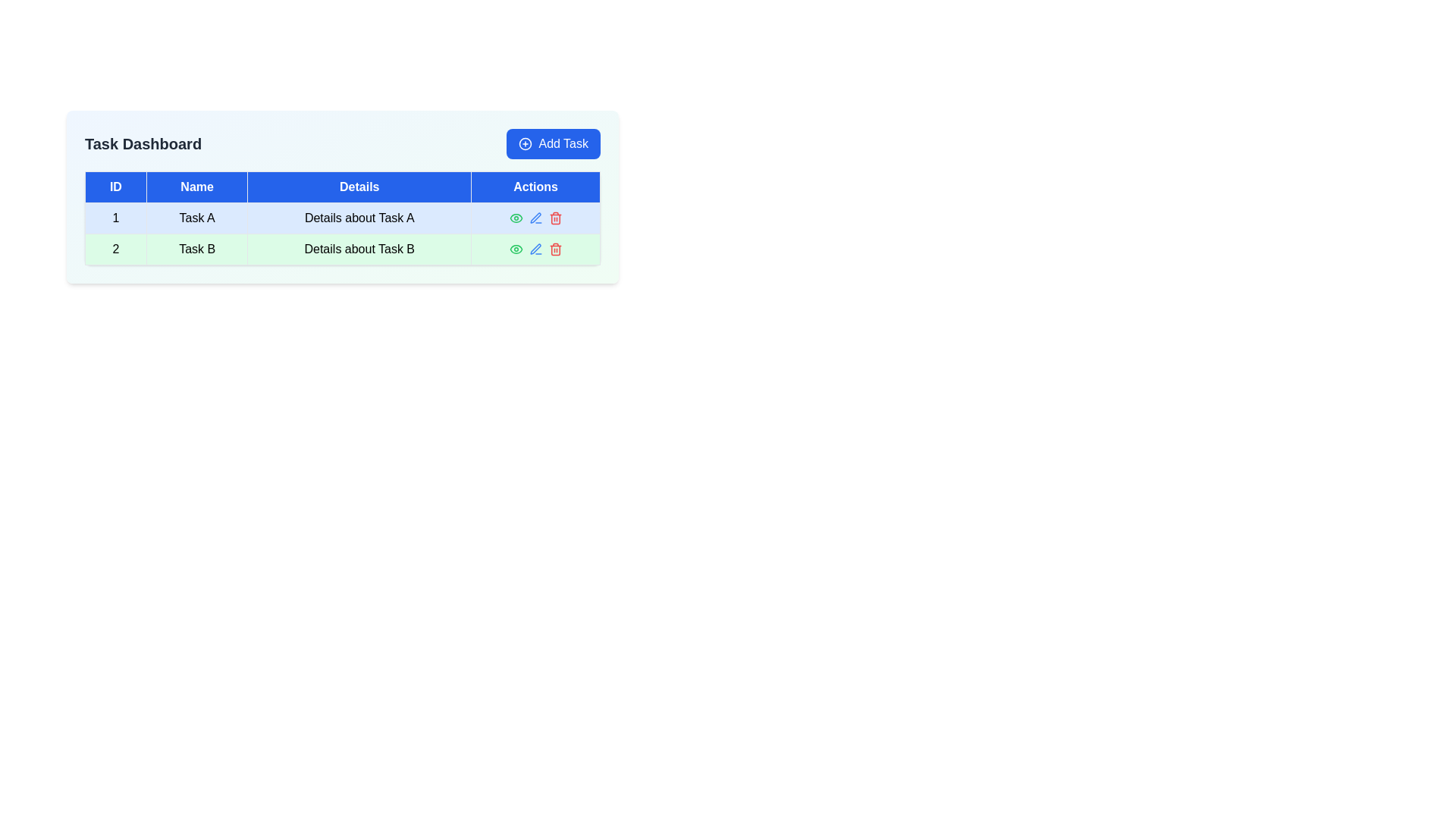  I want to click on the edit icon in the 'Actions' column of the second row of the table to initiate the edit action, so click(535, 248).